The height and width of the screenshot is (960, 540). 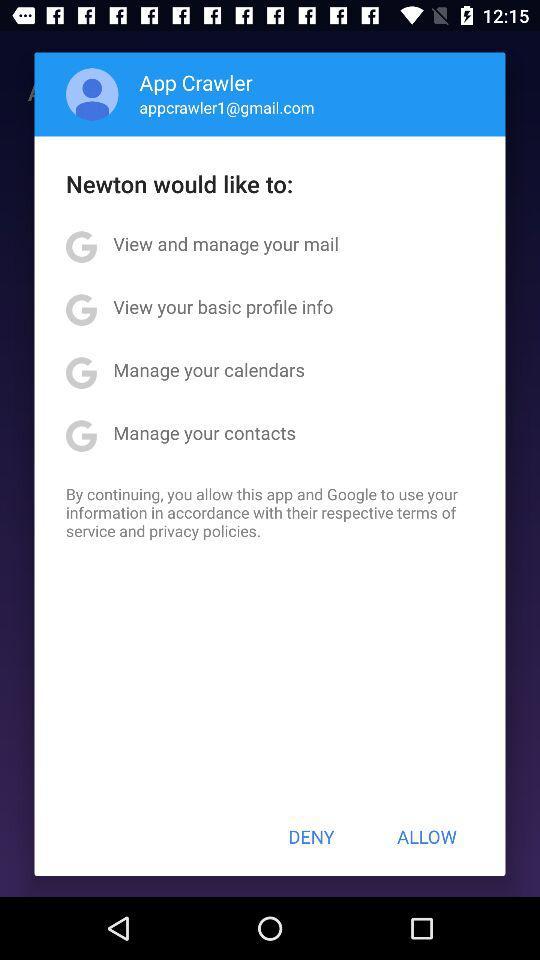 What do you see at coordinates (196, 82) in the screenshot?
I see `app crawler app` at bounding box center [196, 82].